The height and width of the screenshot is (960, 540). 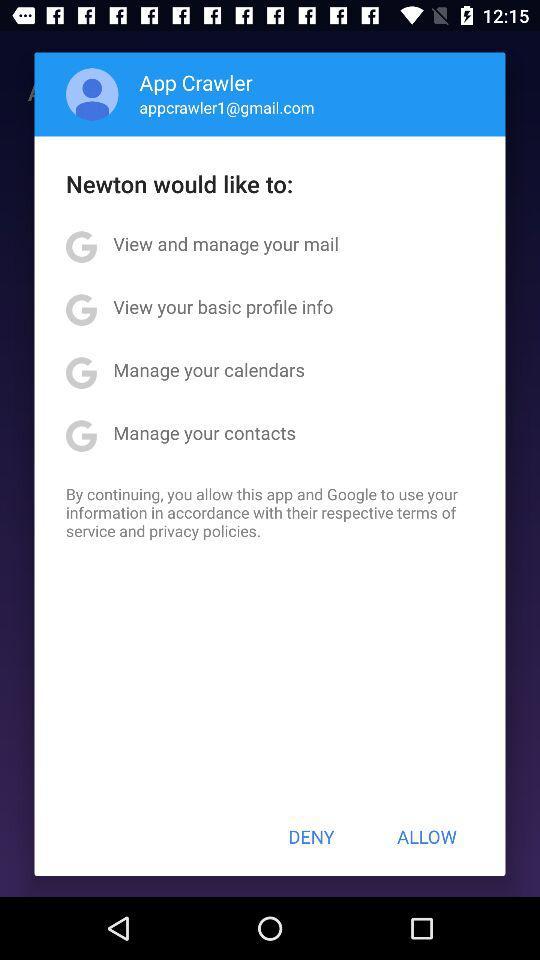 What do you see at coordinates (196, 82) in the screenshot?
I see `app crawler app` at bounding box center [196, 82].